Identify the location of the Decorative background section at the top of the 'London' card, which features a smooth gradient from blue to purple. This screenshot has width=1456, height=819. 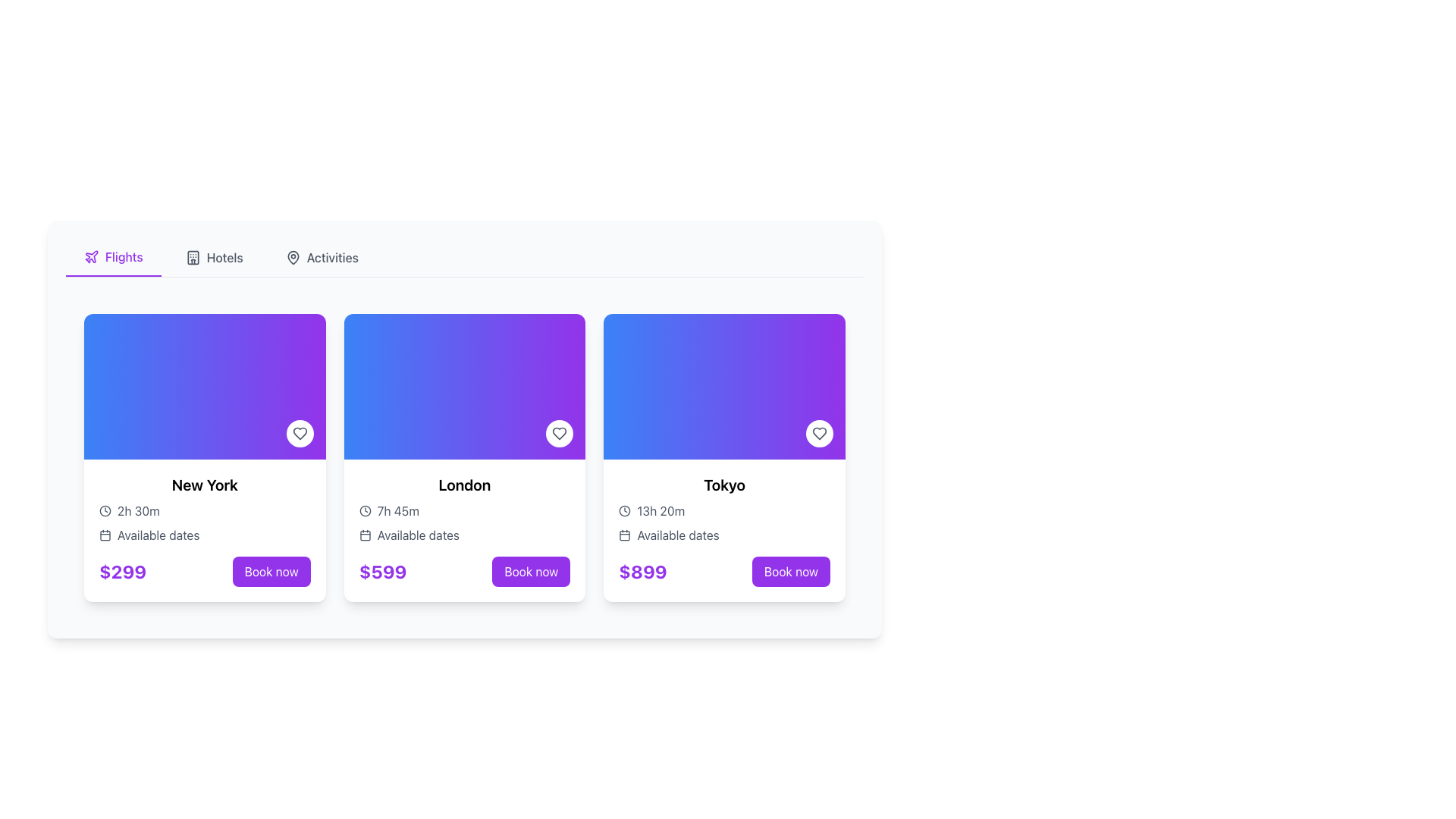
(464, 385).